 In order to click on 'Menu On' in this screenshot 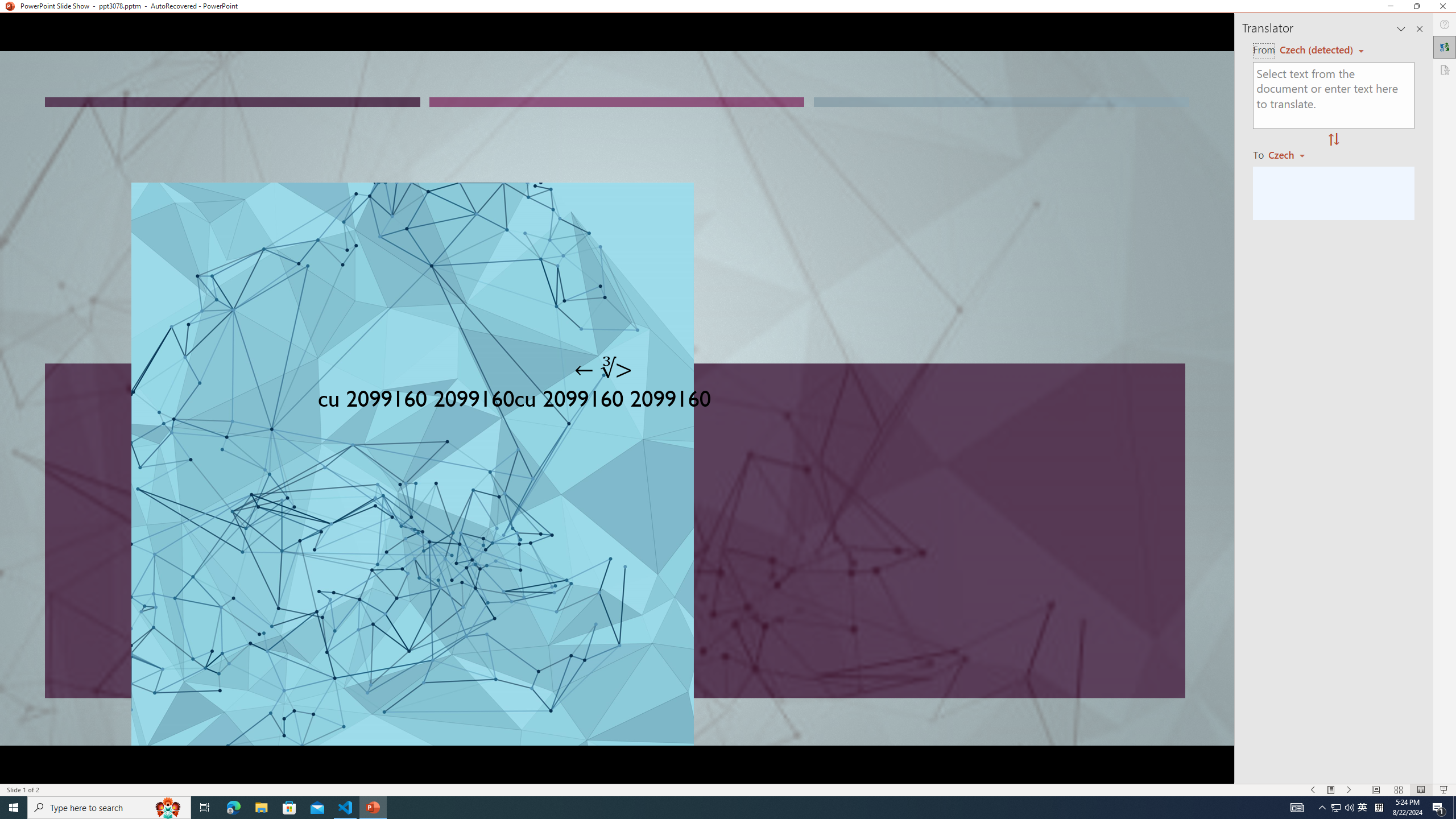, I will do `click(1331, 790)`.